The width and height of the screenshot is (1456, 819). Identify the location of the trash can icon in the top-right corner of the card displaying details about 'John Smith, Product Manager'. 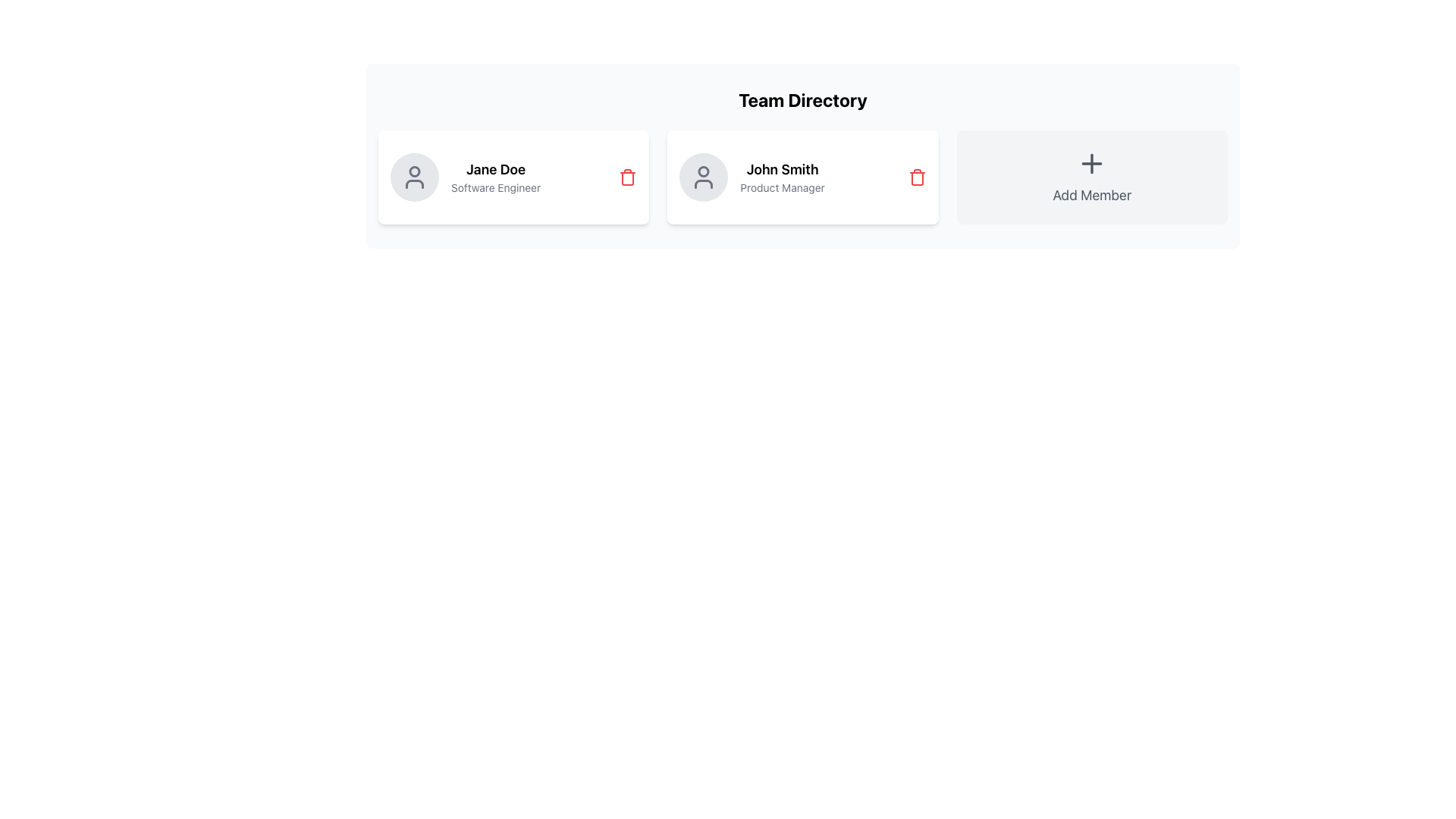
(916, 177).